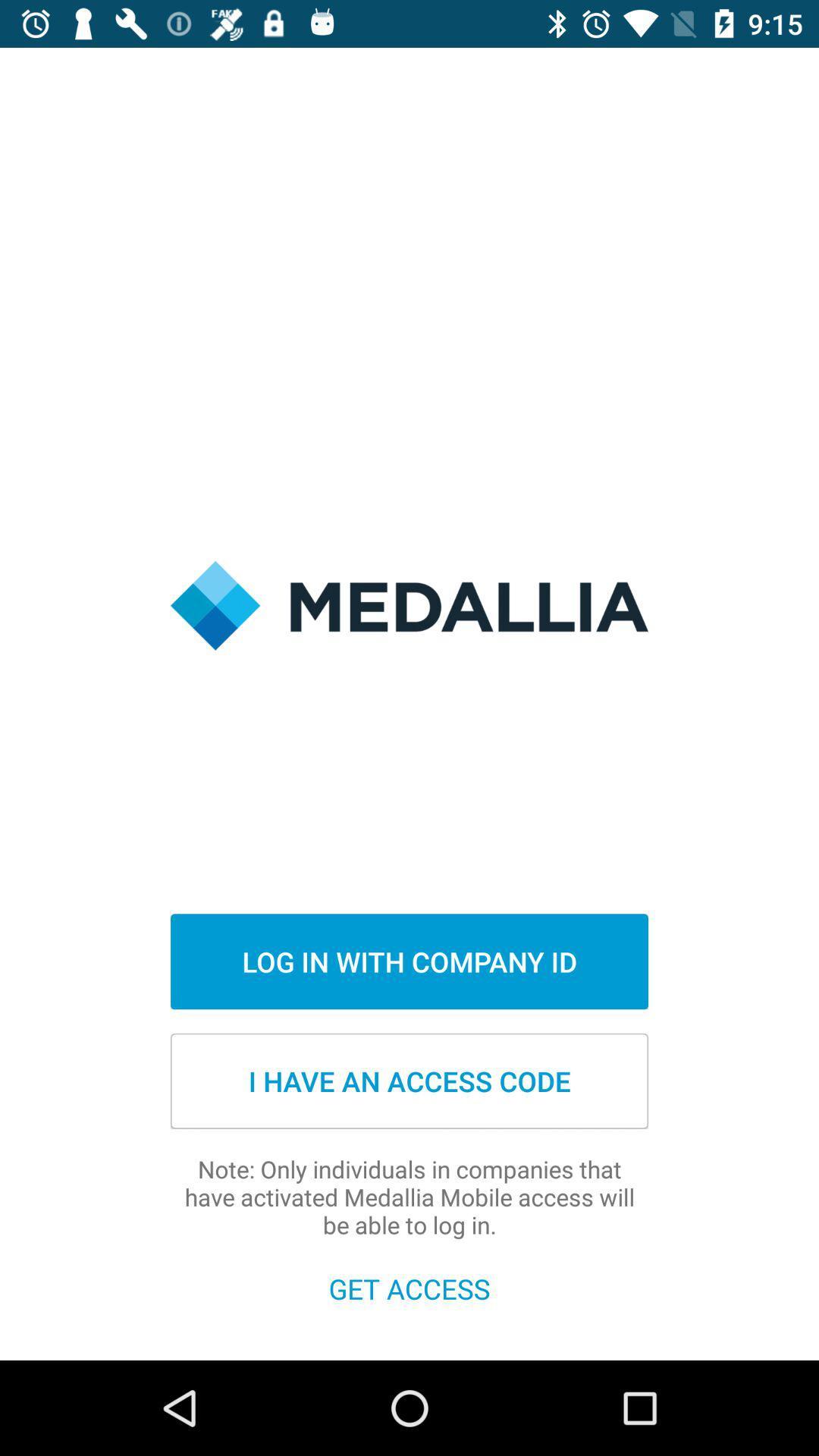 The height and width of the screenshot is (1456, 819). Describe the element at coordinates (409, 1080) in the screenshot. I see `i have an` at that location.